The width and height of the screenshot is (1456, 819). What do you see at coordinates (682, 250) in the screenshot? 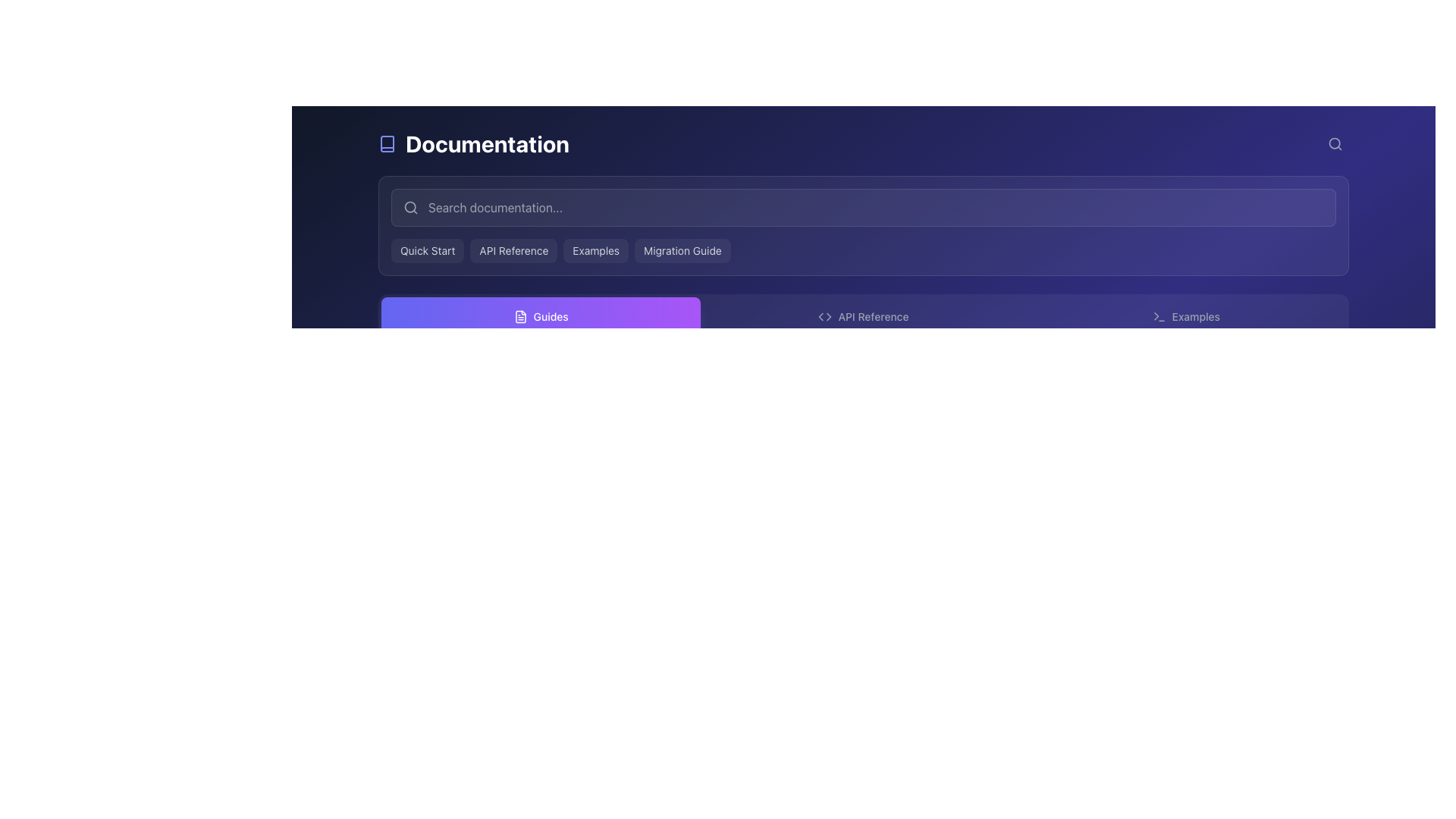
I see `the fourth button in the horizontal row` at bounding box center [682, 250].